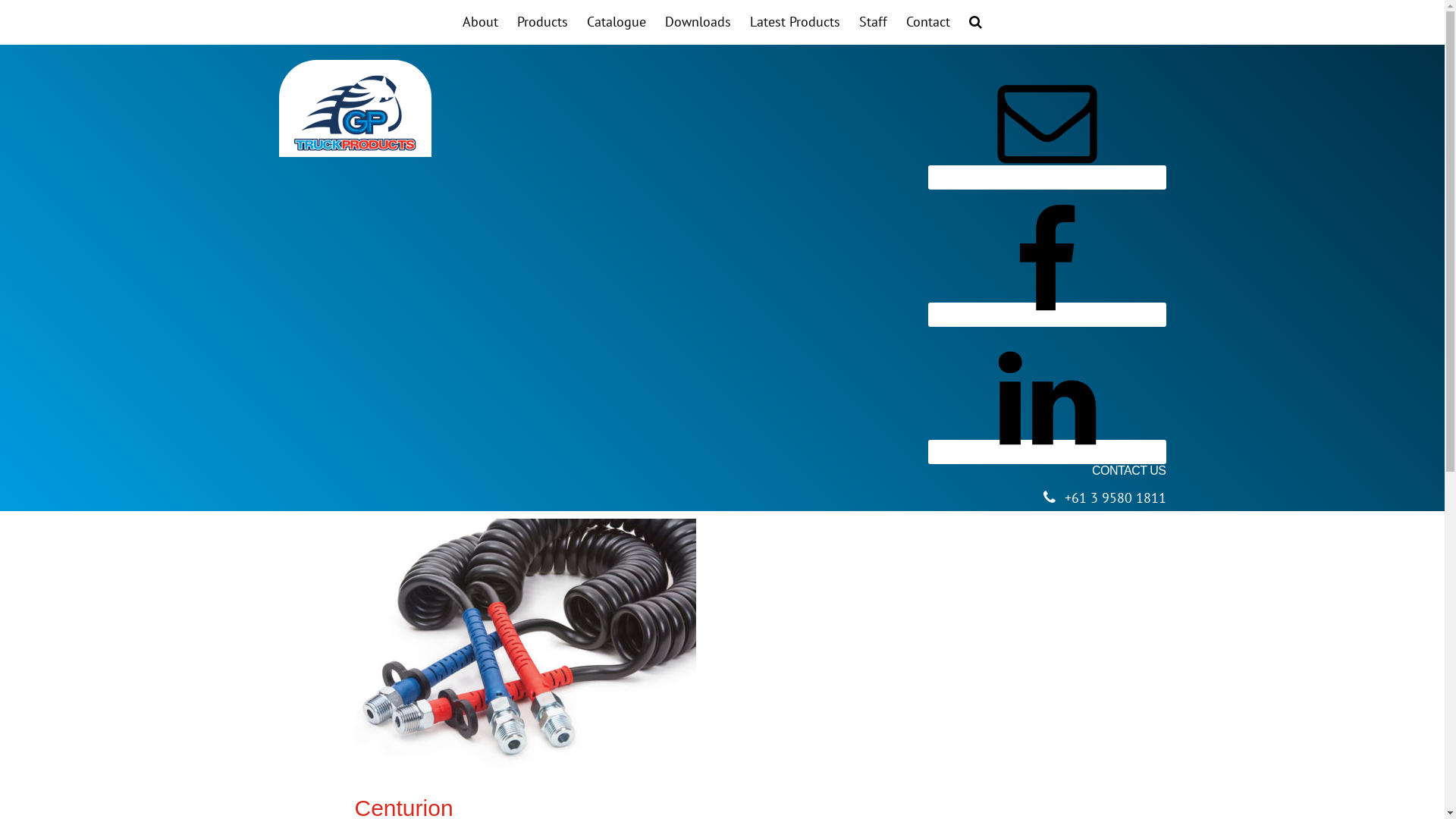  I want to click on 'Latest Products', so click(742, 22).